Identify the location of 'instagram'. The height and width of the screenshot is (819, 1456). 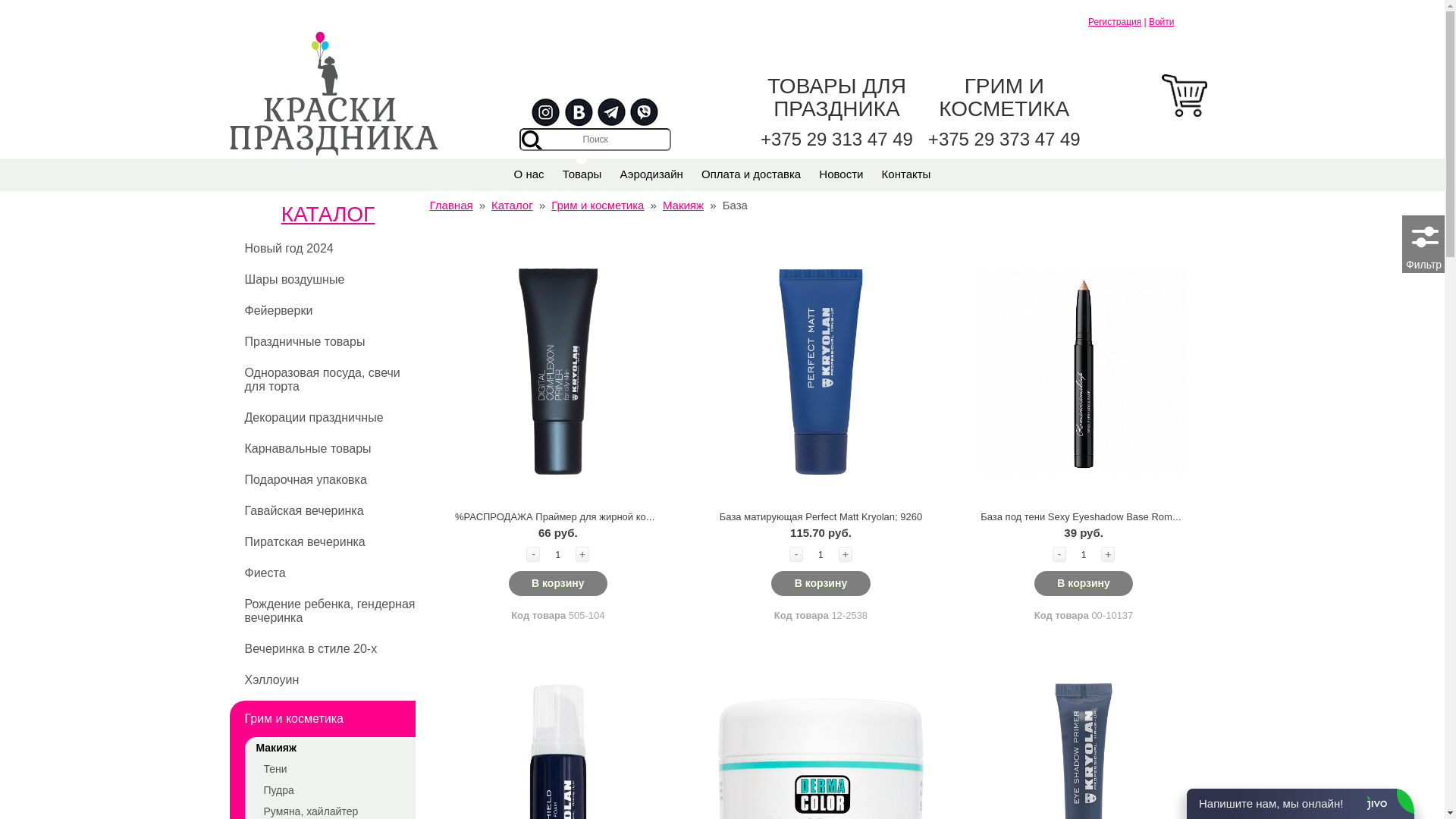
(546, 112).